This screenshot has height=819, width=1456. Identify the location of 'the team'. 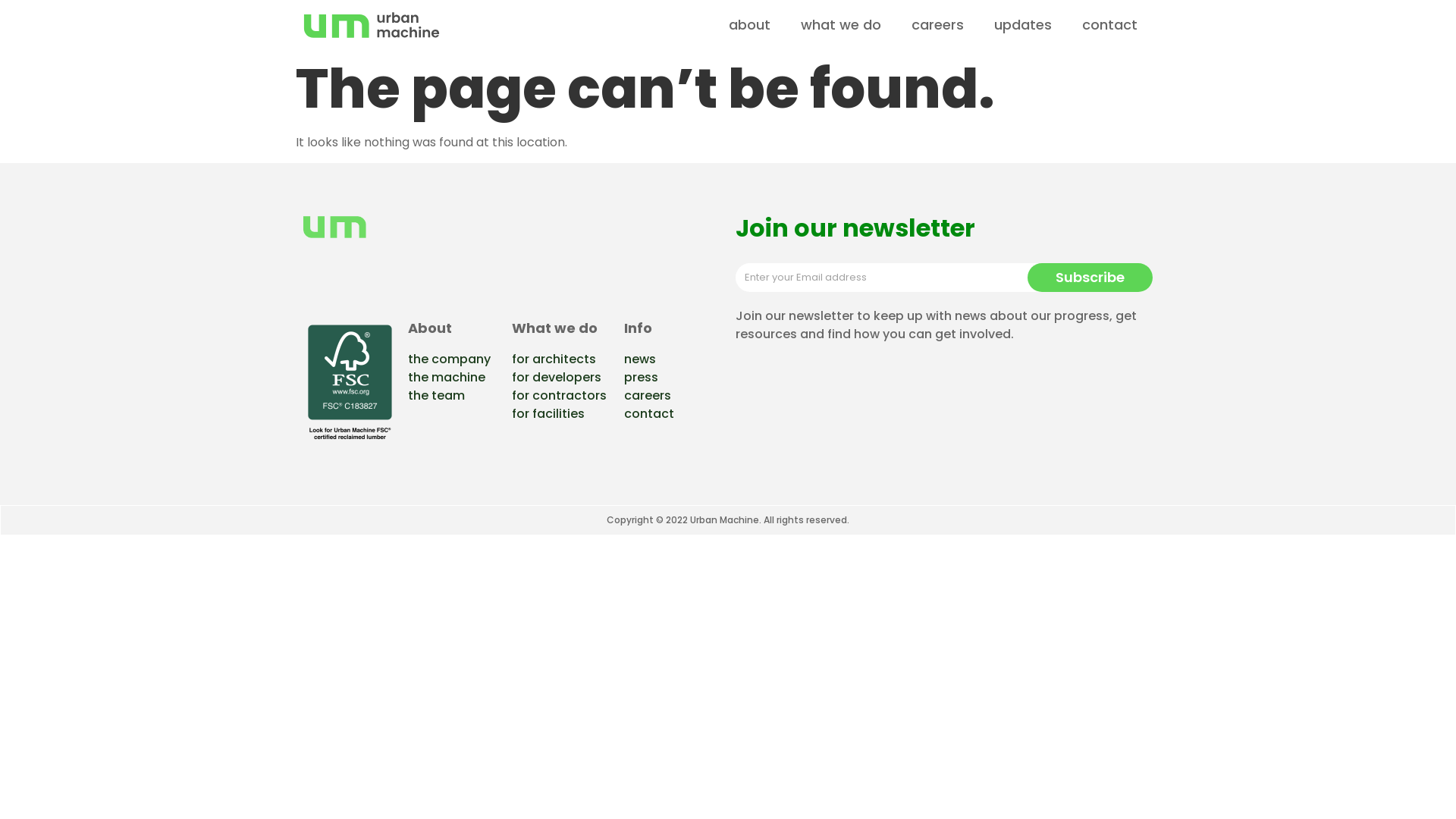
(407, 394).